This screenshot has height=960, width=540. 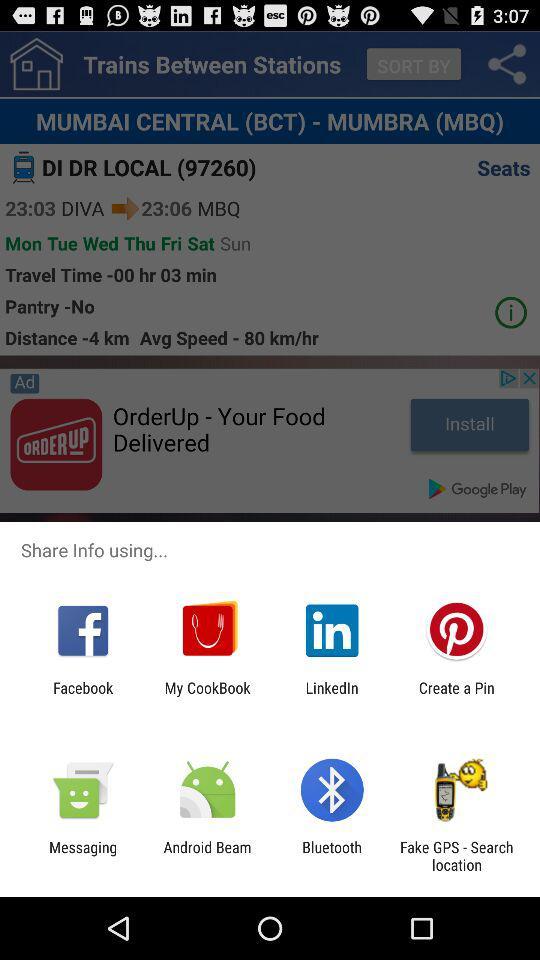 What do you see at coordinates (206, 855) in the screenshot?
I see `the app next to the bluetooth` at bounding box center [206, 855].